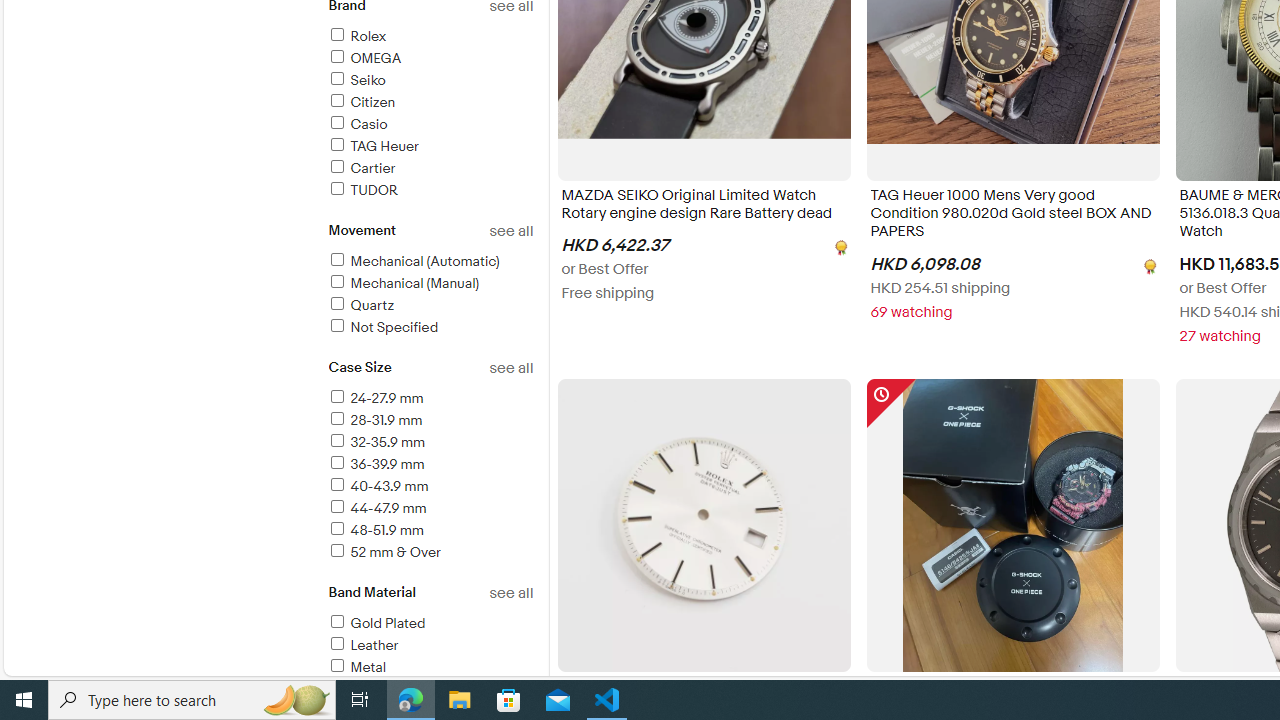  What do you see at coordinates (429, 487) in the screenshot?
I see `'40-43.9 mm'` at bounding box center [429, 487].